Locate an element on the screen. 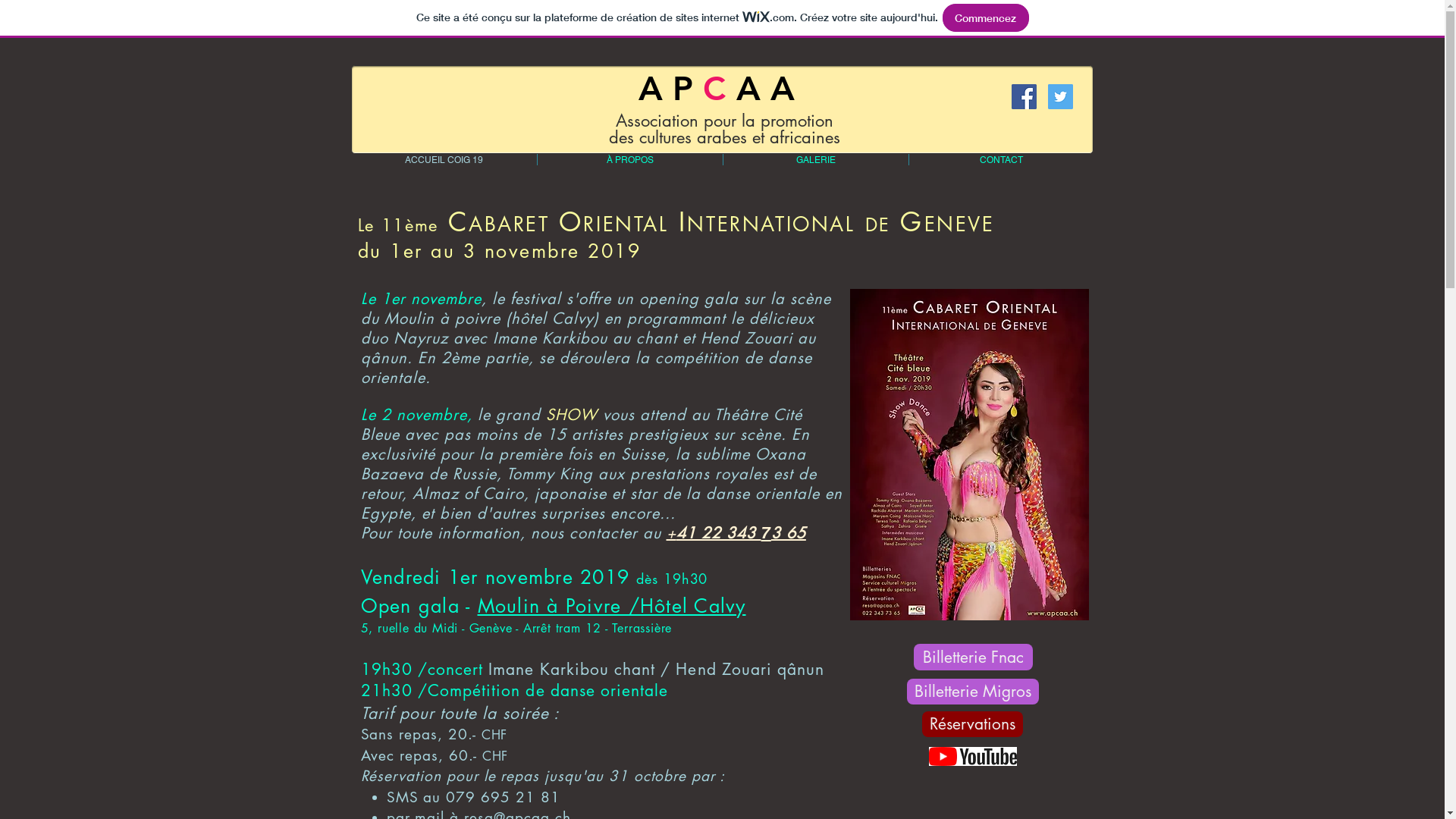  '+41 22 343' is located at coordinates (712, 532).